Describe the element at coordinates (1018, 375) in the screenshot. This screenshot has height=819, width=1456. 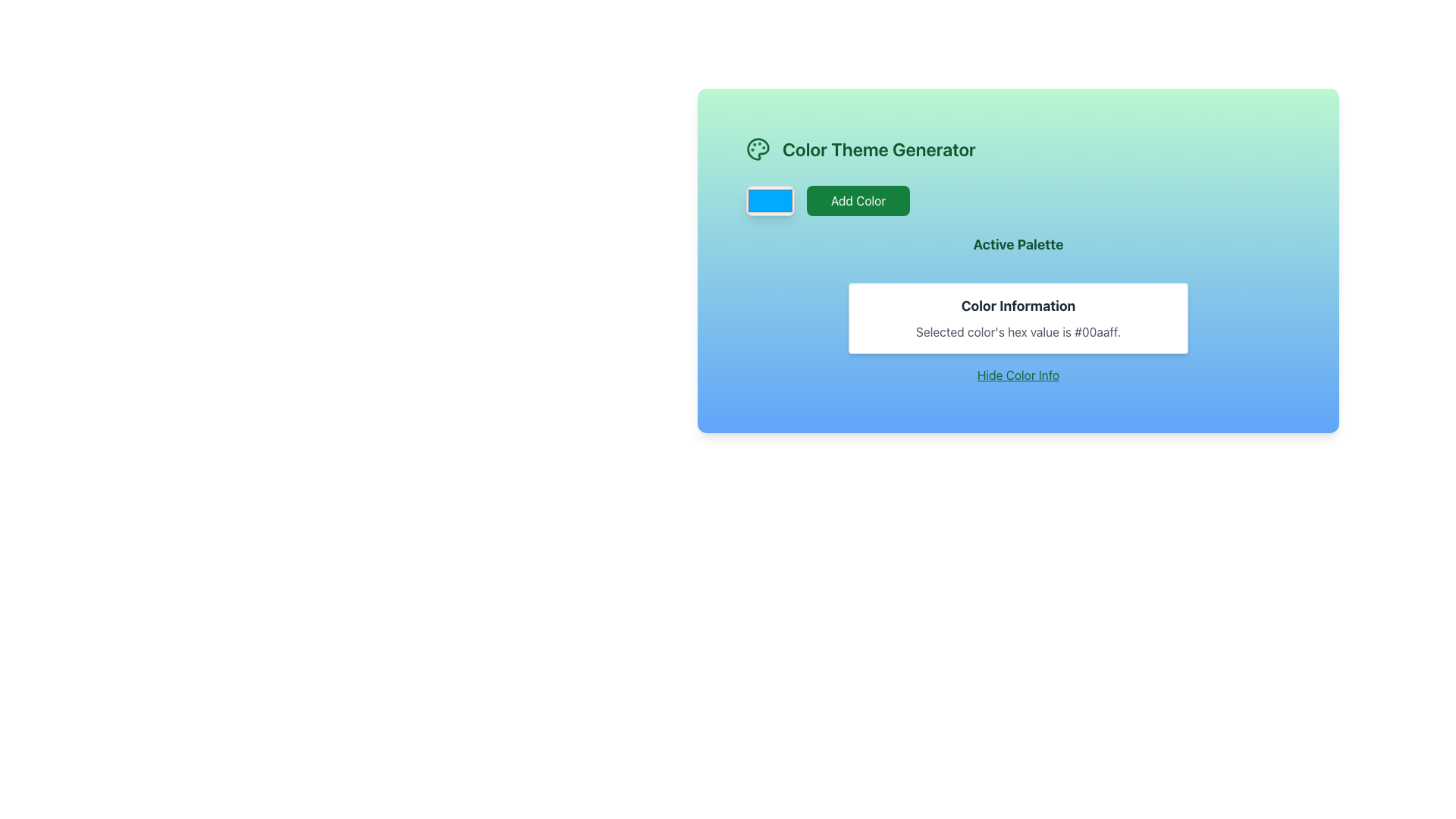
I see `the text link located towards the lower central area of the user interface` at that location.